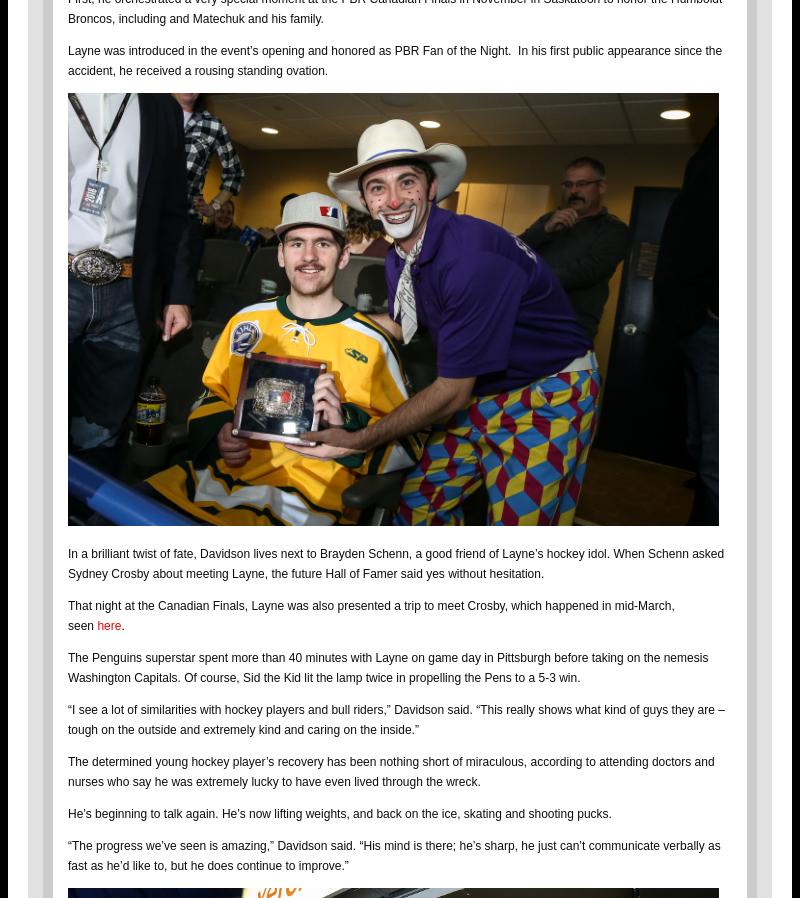  What do you see at coordinates (395, 561) in the screenshot?
I see `'In a brilliant twist of fate, Davidson lives next to Brayden Schenn, a good friend of Layne’s hockey idol. When Schenn asked Sydney Crosby about meeting Layne, the future Hall of Famer said yes without hesitation.'` at bounding box center [395, 561].